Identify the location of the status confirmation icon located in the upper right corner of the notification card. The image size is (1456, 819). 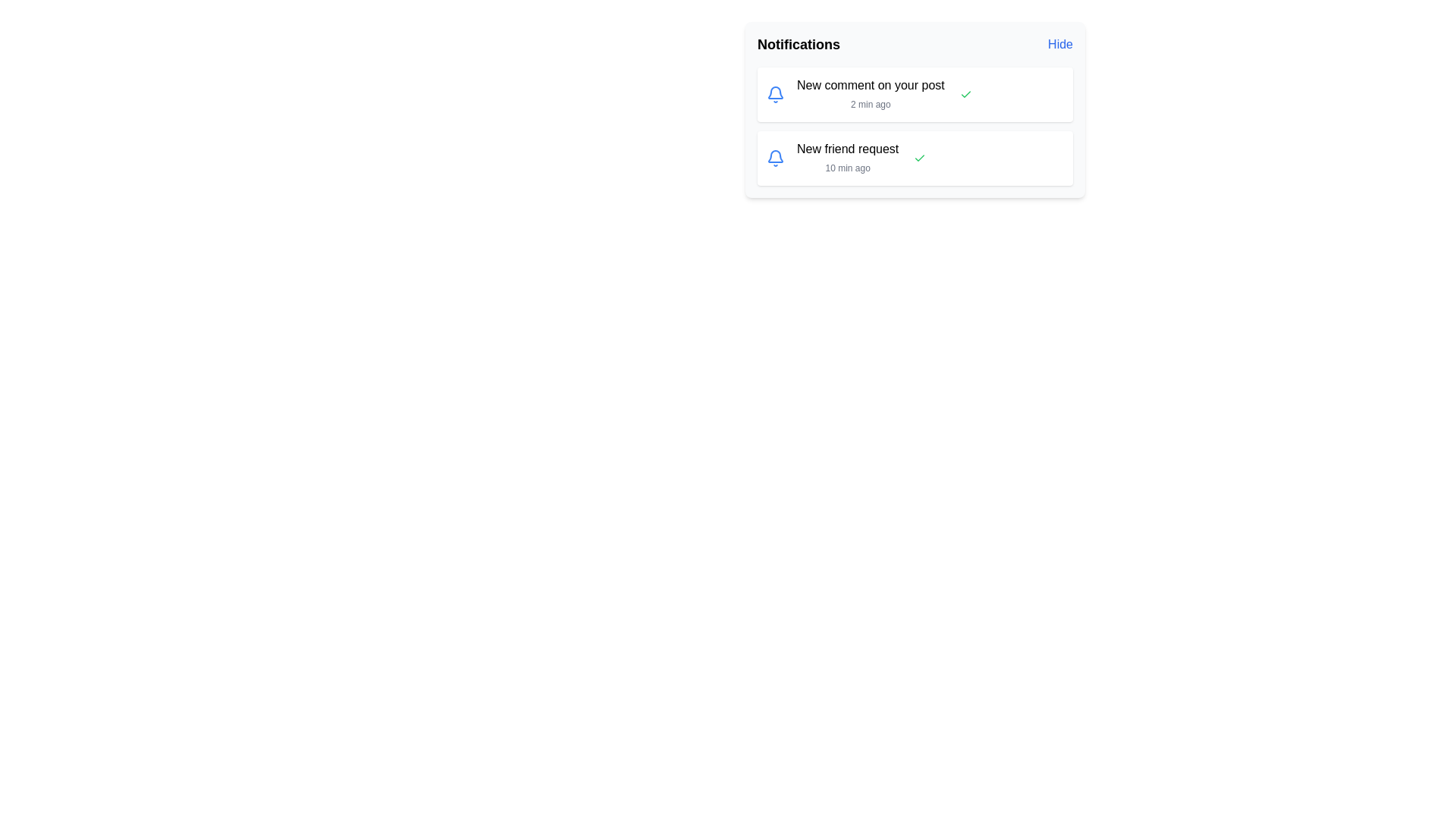
(919, 158).